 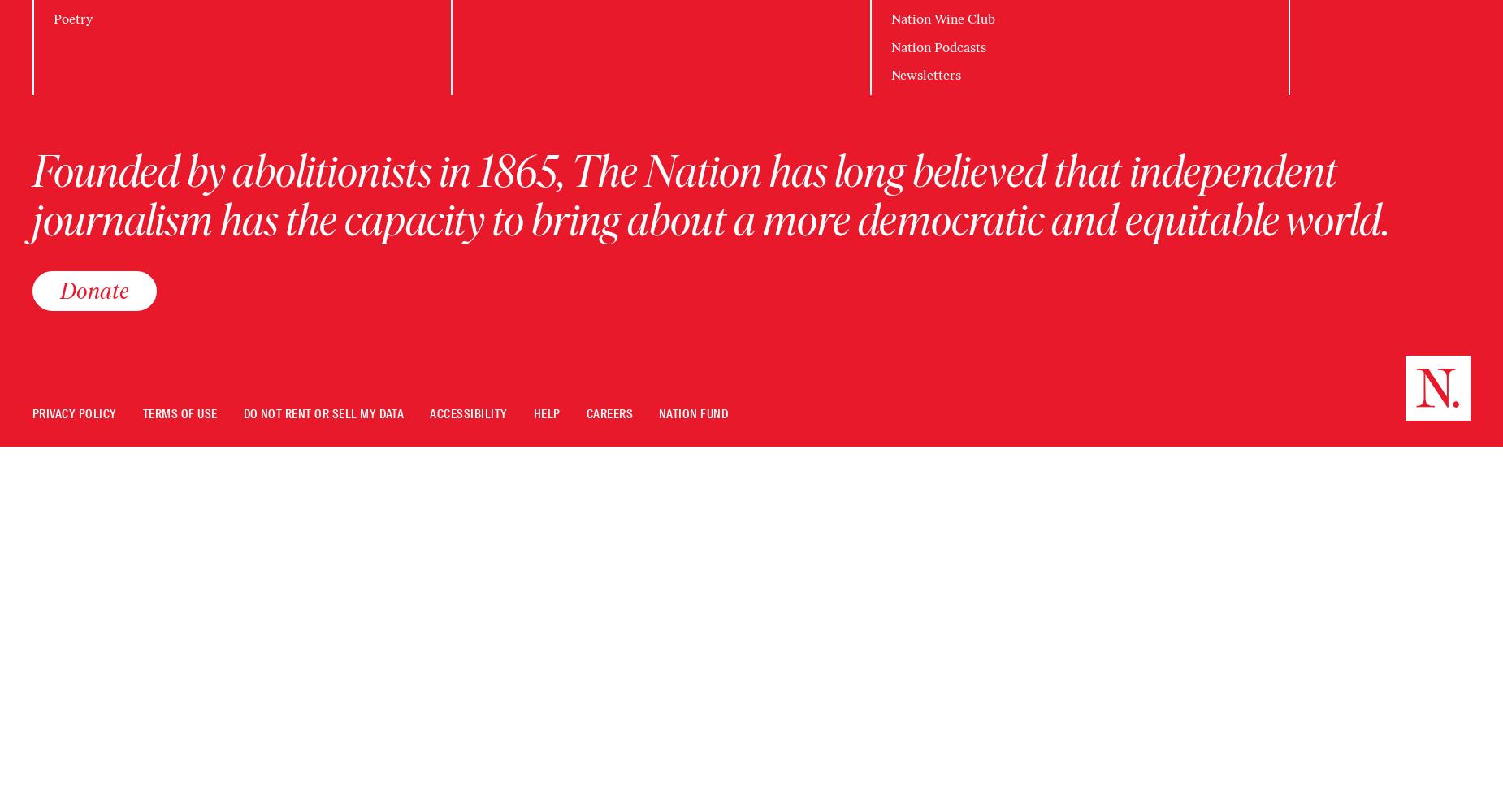 What do you see at coordinates (711, 194) in the screenshot?
I see `'Founded by abolitionists in 1865, The Nation has long believed that independent journalism has the capacity to bring about a more democratic and equitable world.'` at bounding box center [711, 194].